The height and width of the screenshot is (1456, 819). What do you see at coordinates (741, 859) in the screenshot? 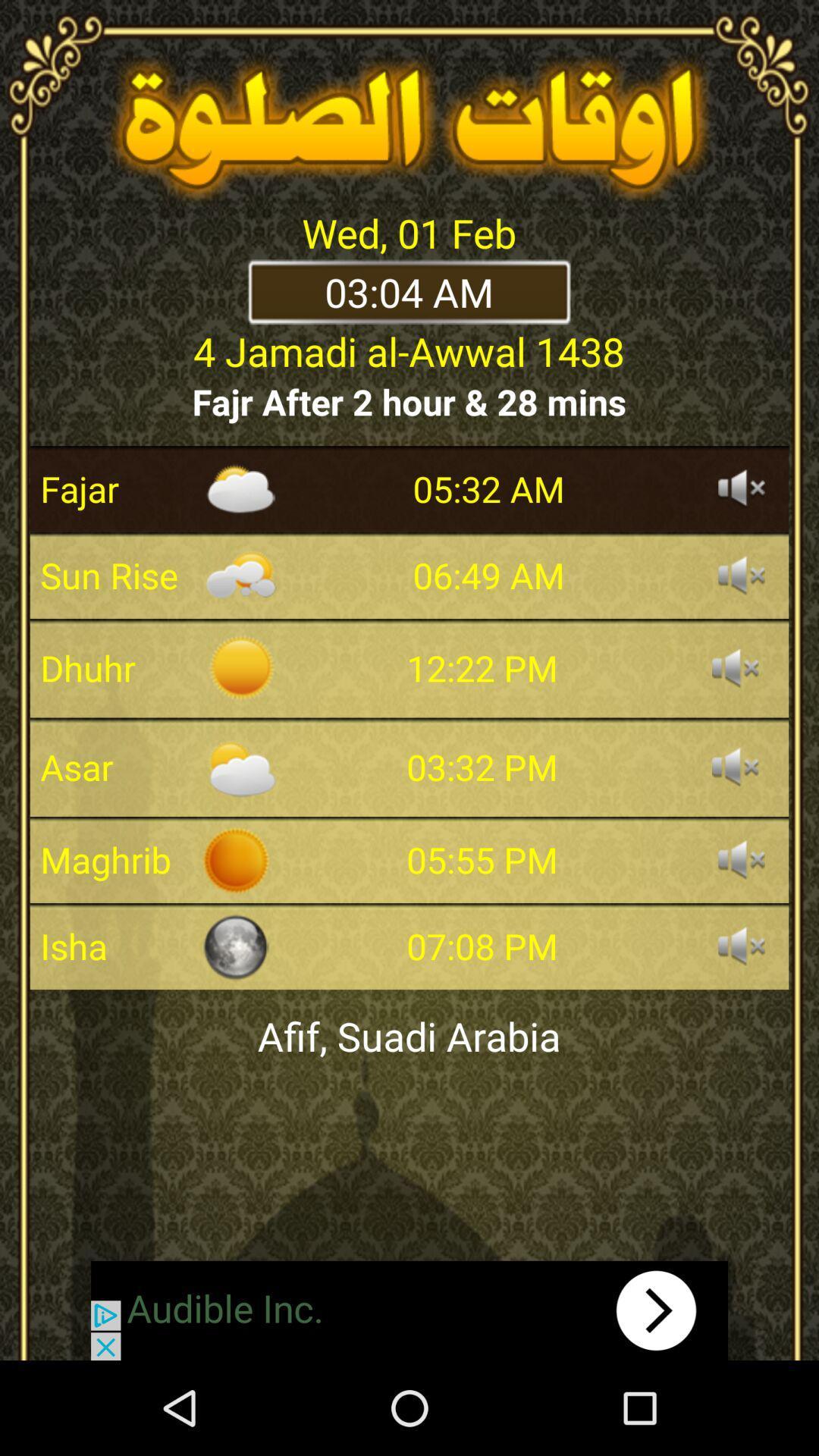
I see `namaz time annoncer` at bounding box center [741, 859].